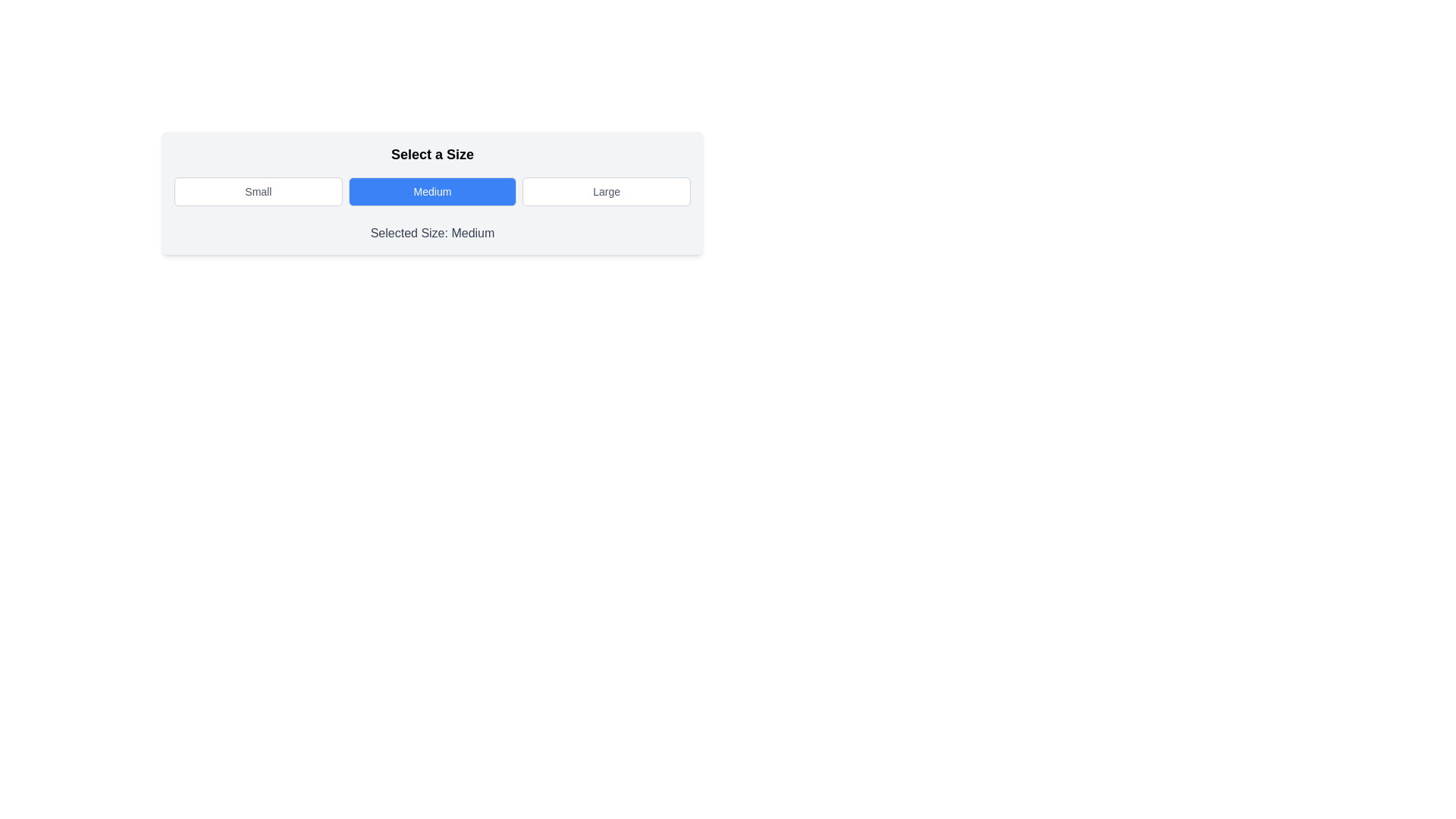  I want to click on the 'Large' button, which is a rectangular button with rounded corners, white background, gray text and a gray border, positioned to the right of the 'Medium' button, so click(607, 191).